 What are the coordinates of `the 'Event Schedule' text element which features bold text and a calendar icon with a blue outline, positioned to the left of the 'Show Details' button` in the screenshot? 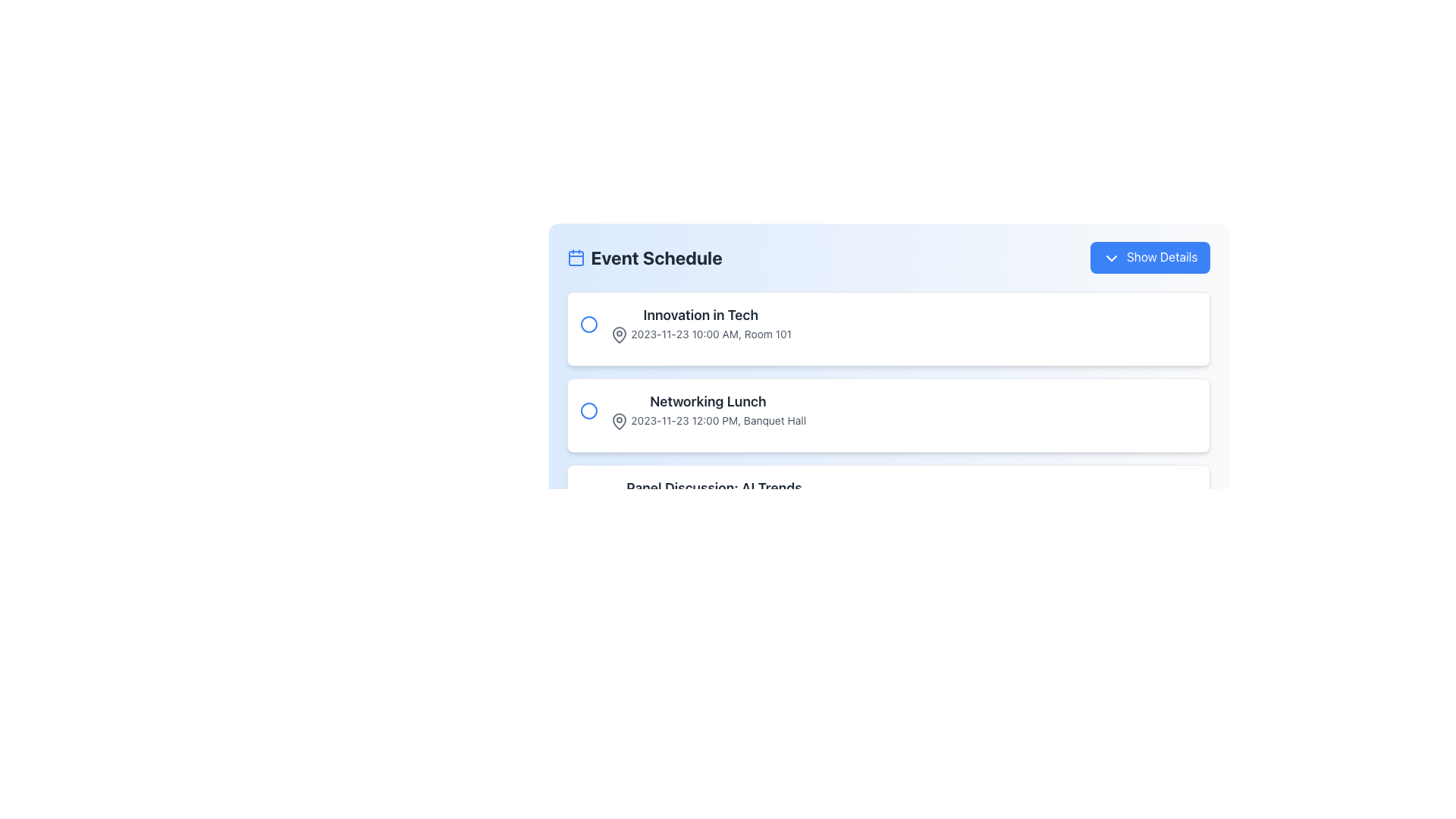 It's located at (645, 256).